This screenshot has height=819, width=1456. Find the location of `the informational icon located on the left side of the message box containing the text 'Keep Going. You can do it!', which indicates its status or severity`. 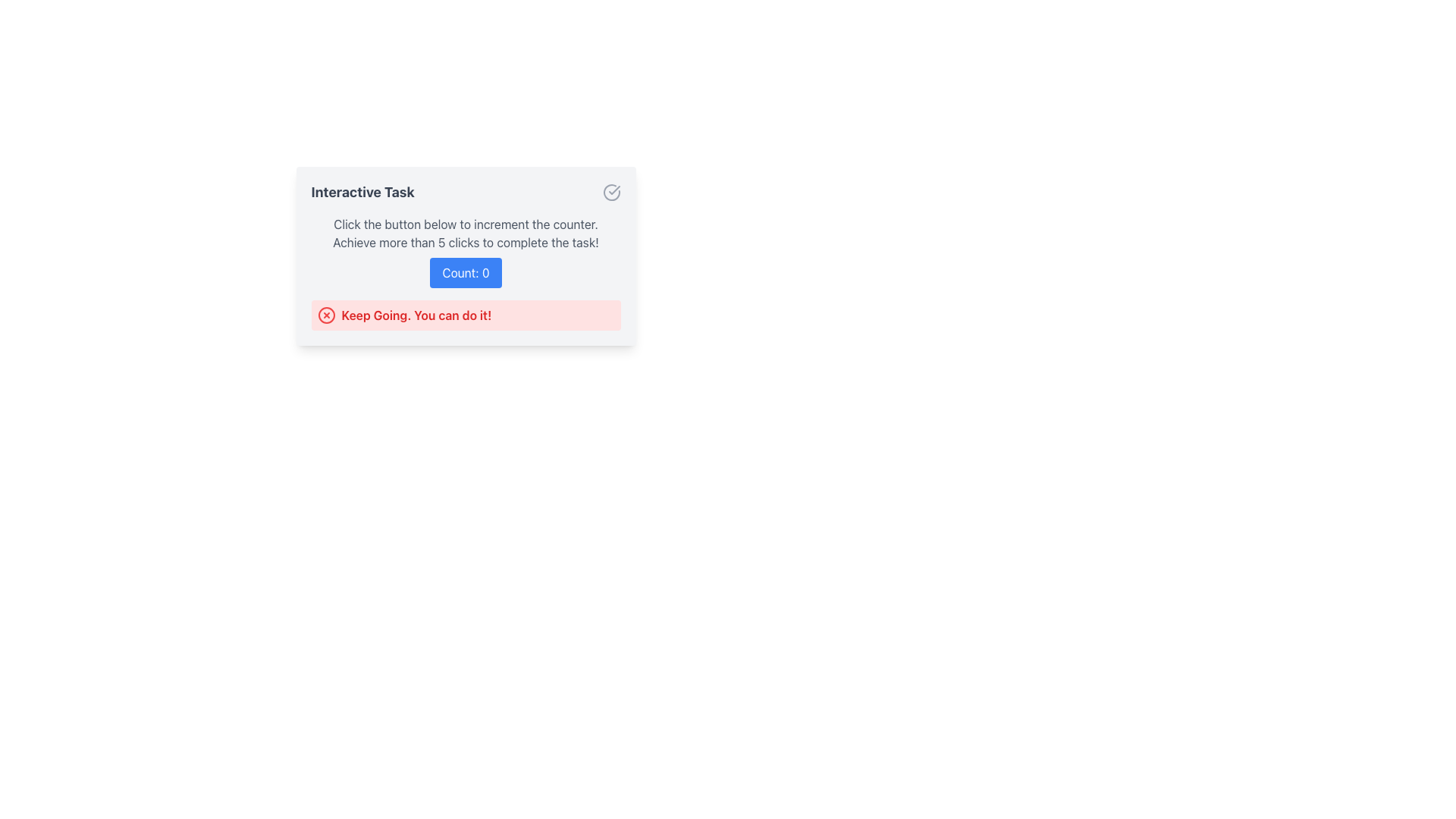

the informational icon located on the left side of the message box containing the text 'Keep Going. You can do it!', which indicates its status or severity is located at coordinates (325, 315).